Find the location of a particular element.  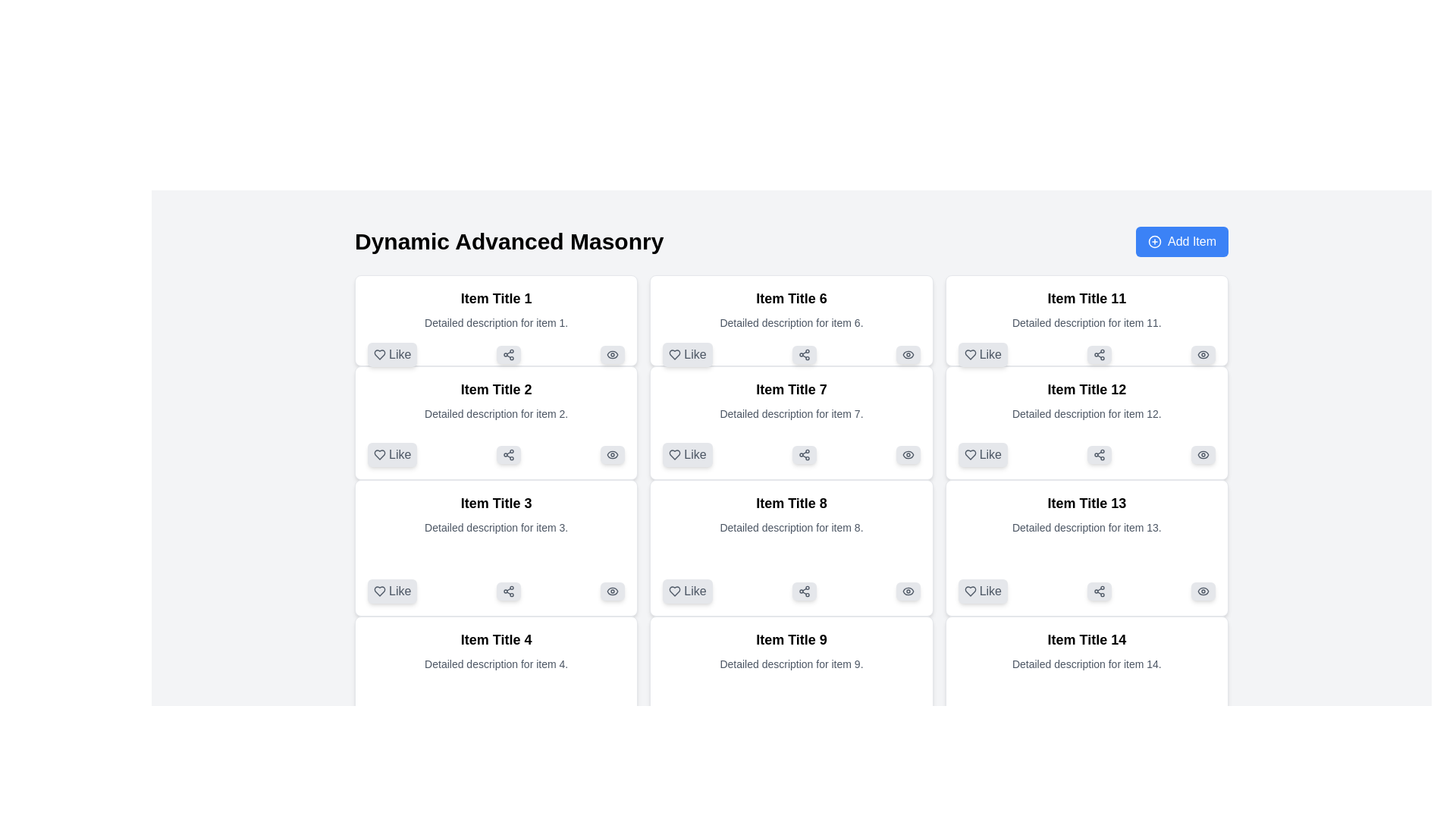

the bold title 'Item Title 9' located in the center-right column of a card component to interact with it is located at coordinates (790, 640).